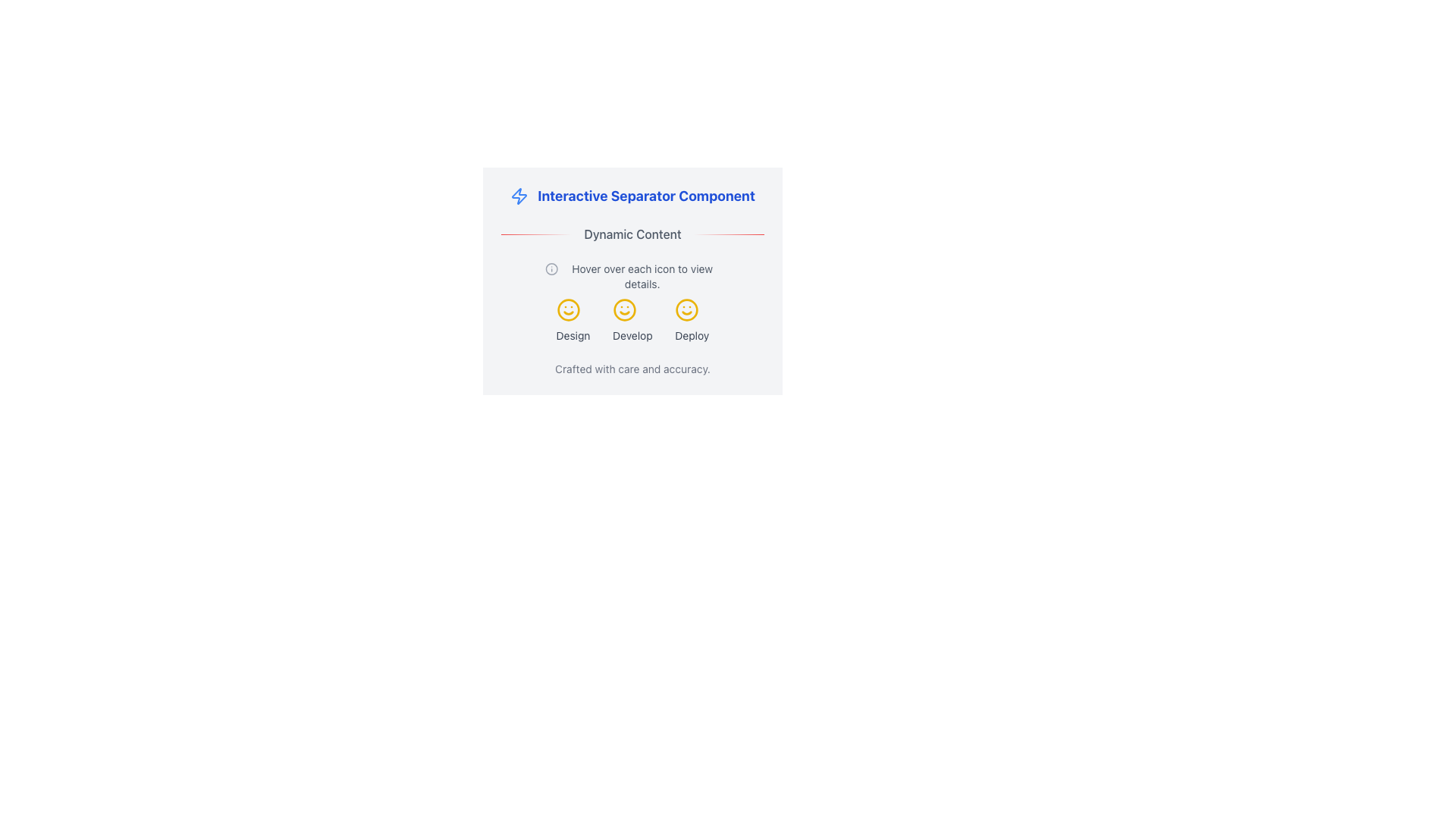  I want to click on the text label that serves as a title or heading, positioned below a graphical separator line and to the right of a lightning bolt icon, so click(646, 195).